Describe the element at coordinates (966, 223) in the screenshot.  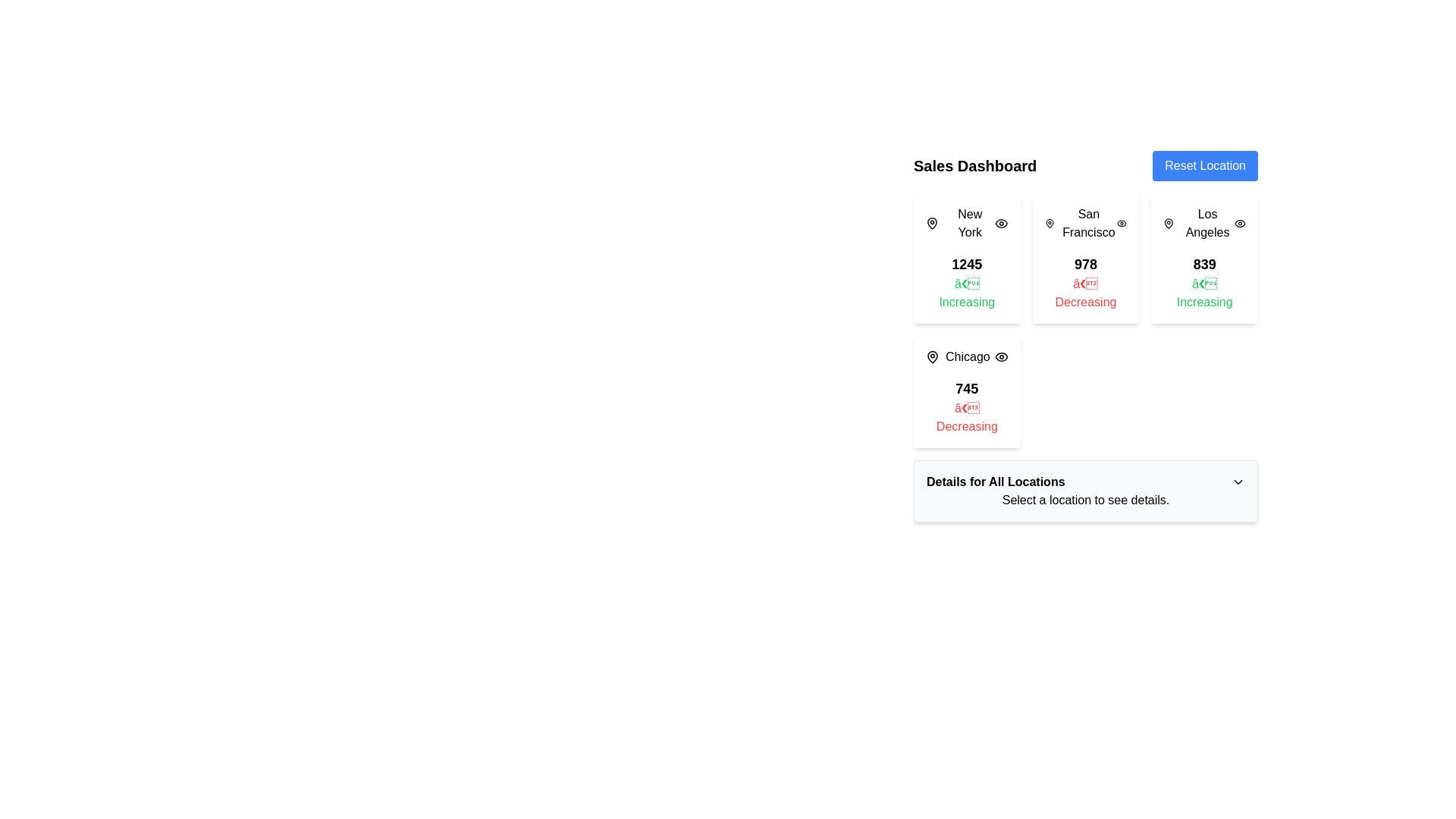
I see `the icon associated with the 'New York' text label located at the top left of the card showing '1245 Increasing'` at that location.